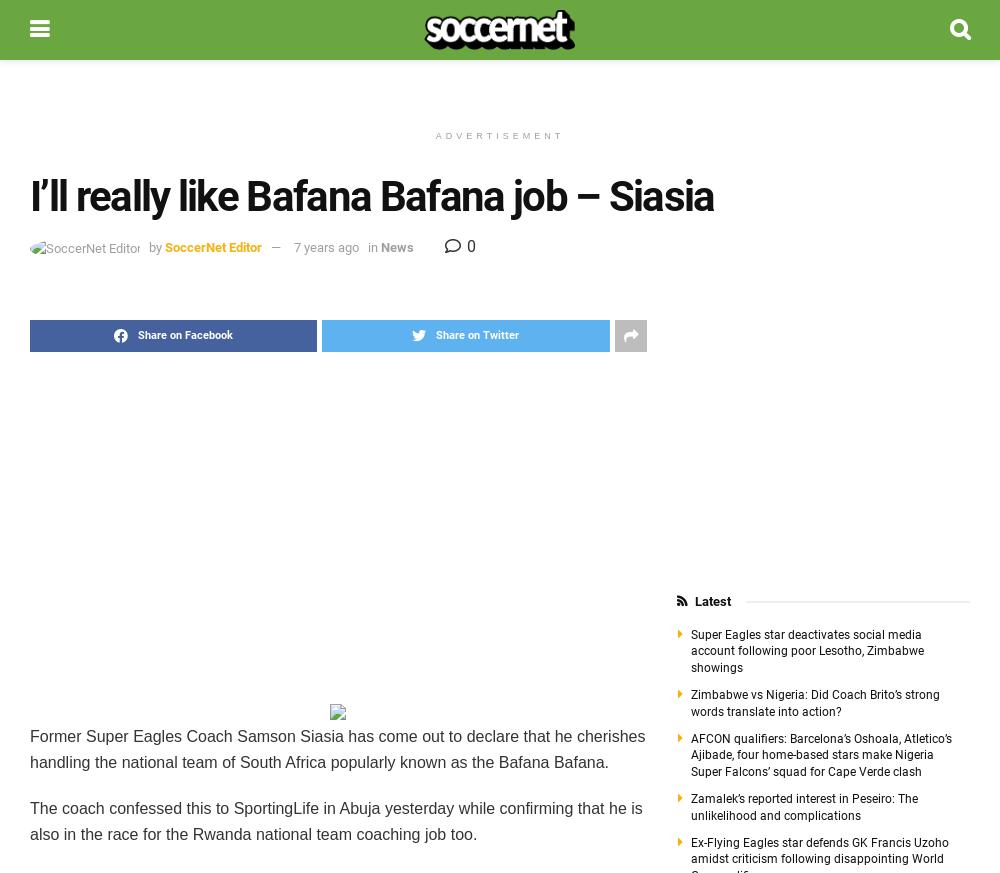 The height and width of the screenshot is (873, 1000). Describe the element at coordinates (819, 753) in the screenshot. I see `'AFCON qualifiers: Barcelona’s Oshoala, Atletico’s Ajibade, four home-based stars make Nigeria Super Falcons’ squad for Cape Verde clash'` at that location.